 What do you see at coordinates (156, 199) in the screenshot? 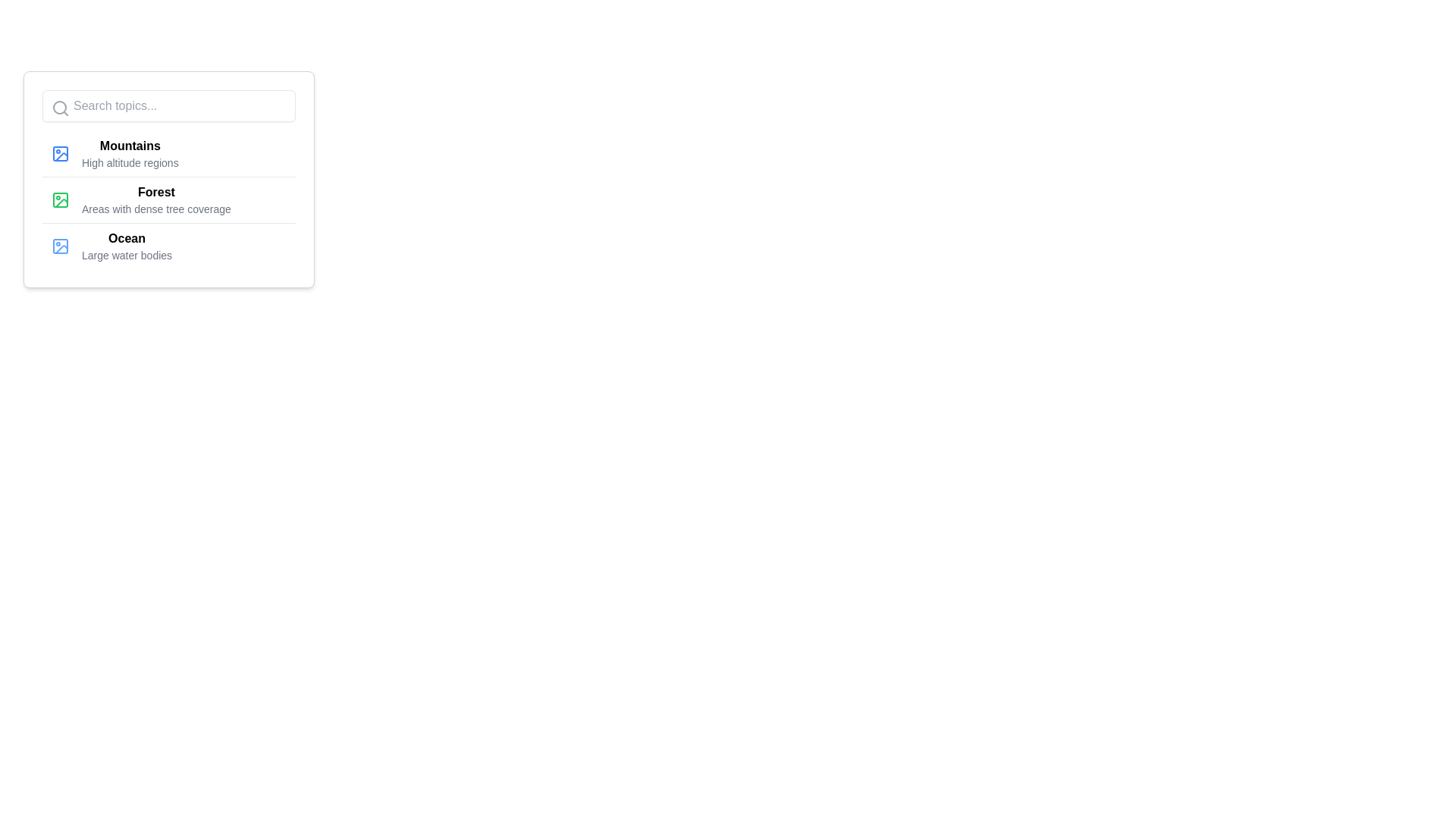
I see `the 'Forest' topic option in the list, which is the second row between 'Mountains' and 'Ocean'` at bounding box center [156, 199].